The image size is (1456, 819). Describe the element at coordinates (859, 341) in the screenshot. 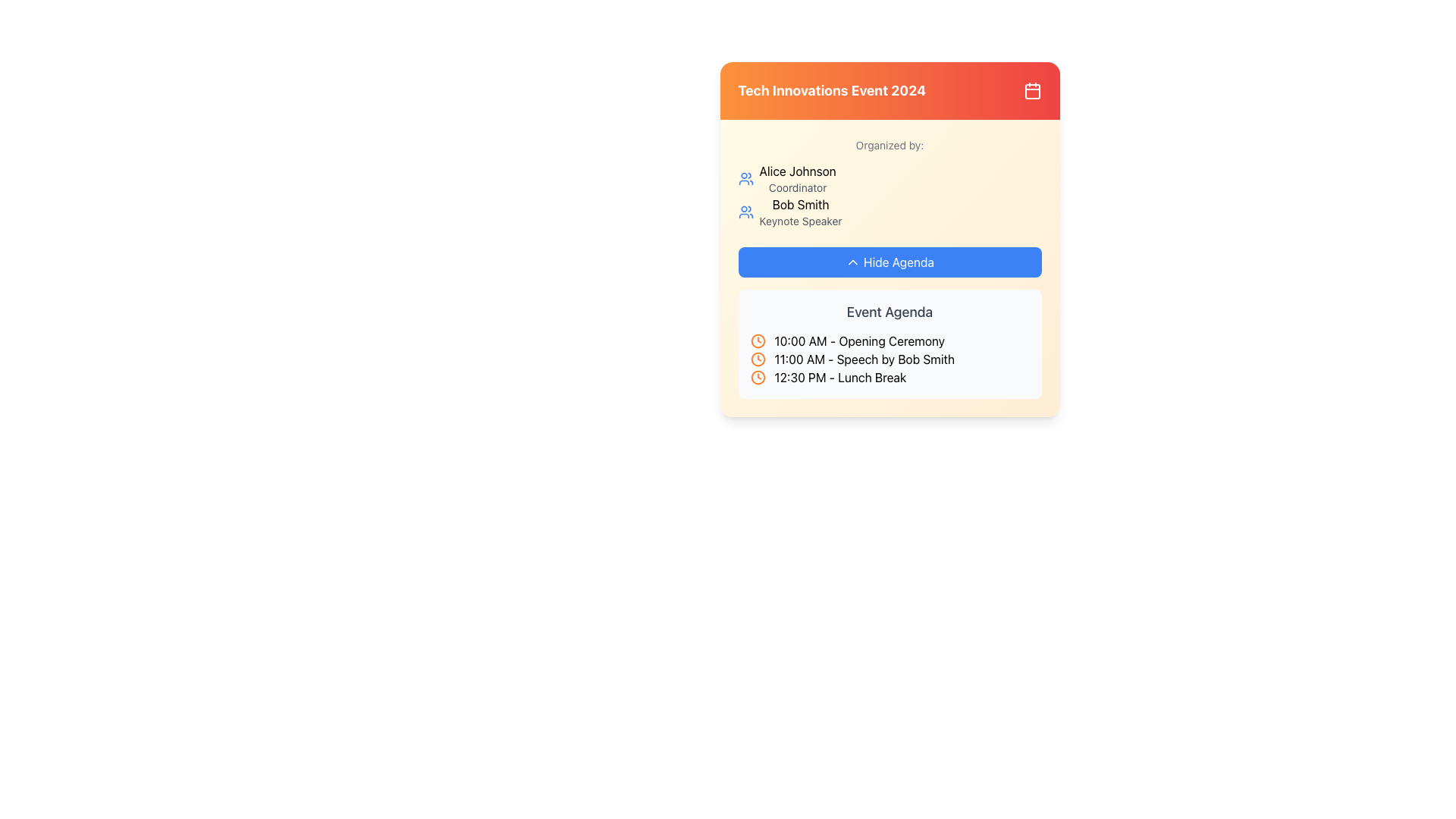

I see `the scheduled time and title text label of the opening ceremony in the Event Agenda section, which is the first item in the list and located to the right of a small orange clock icon` at that location.